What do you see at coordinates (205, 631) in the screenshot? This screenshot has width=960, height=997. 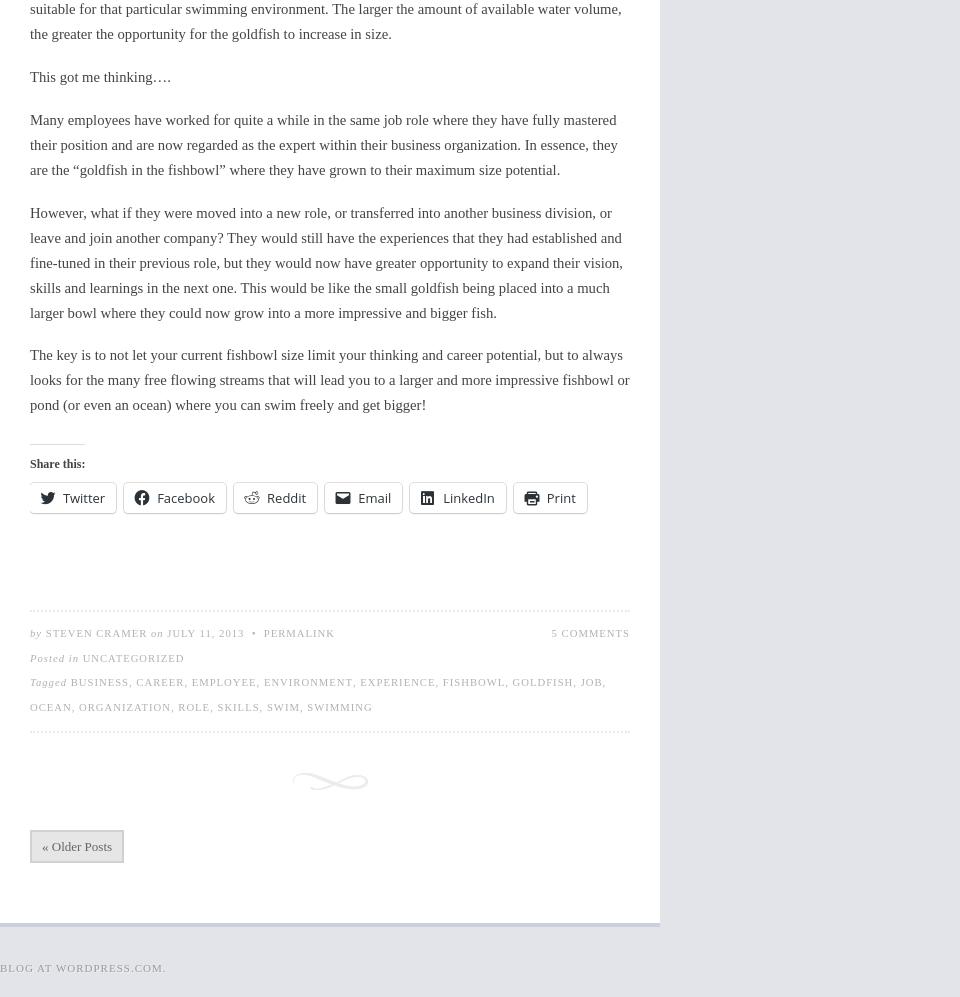 I see `'July 11, 2013'` at bounding box center [205, 631].